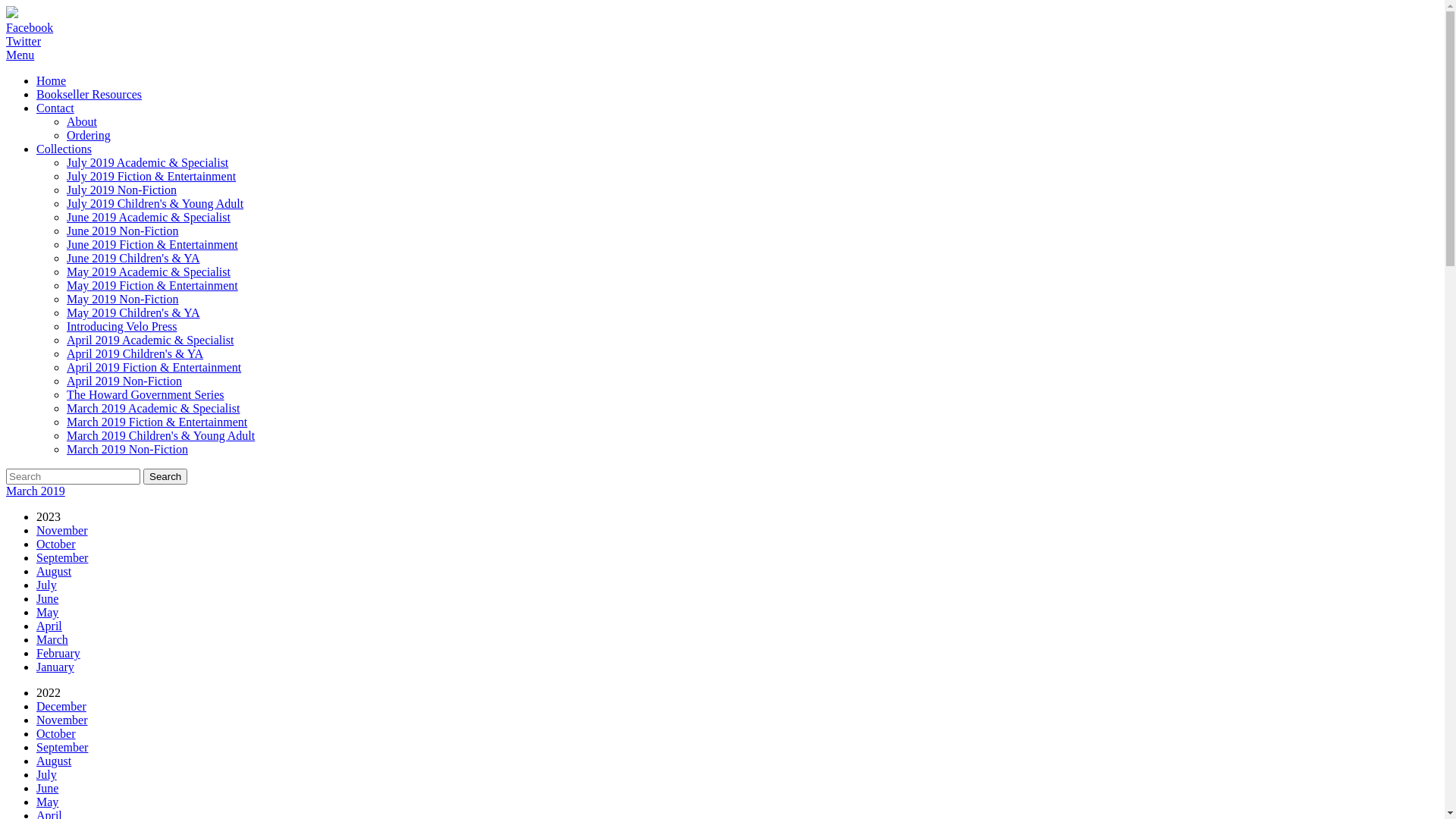 The height and width of the screenshot is (819, 1456). What do you see at coordinates (29, 27) in the screenshot?
I see `'Facebook'` at bounding box center [29, 27].